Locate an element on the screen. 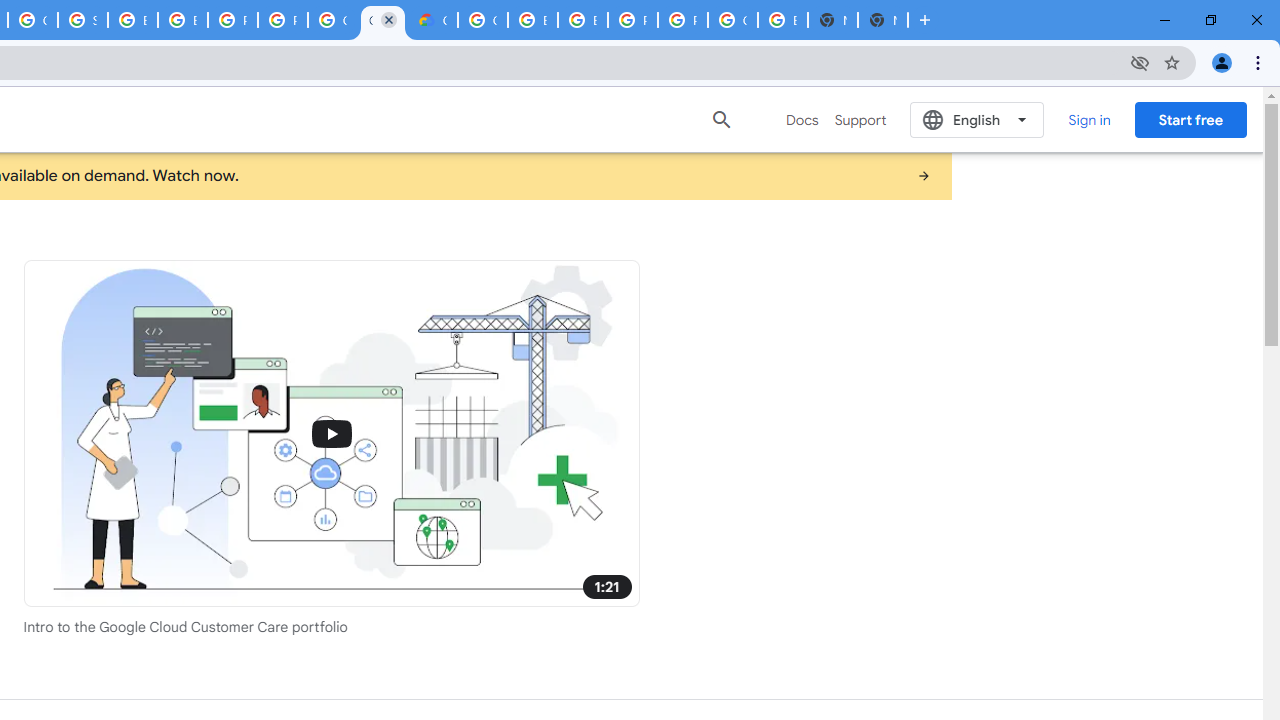  'Customer Care | Google Cloud' is located at coordinates (383, 20).